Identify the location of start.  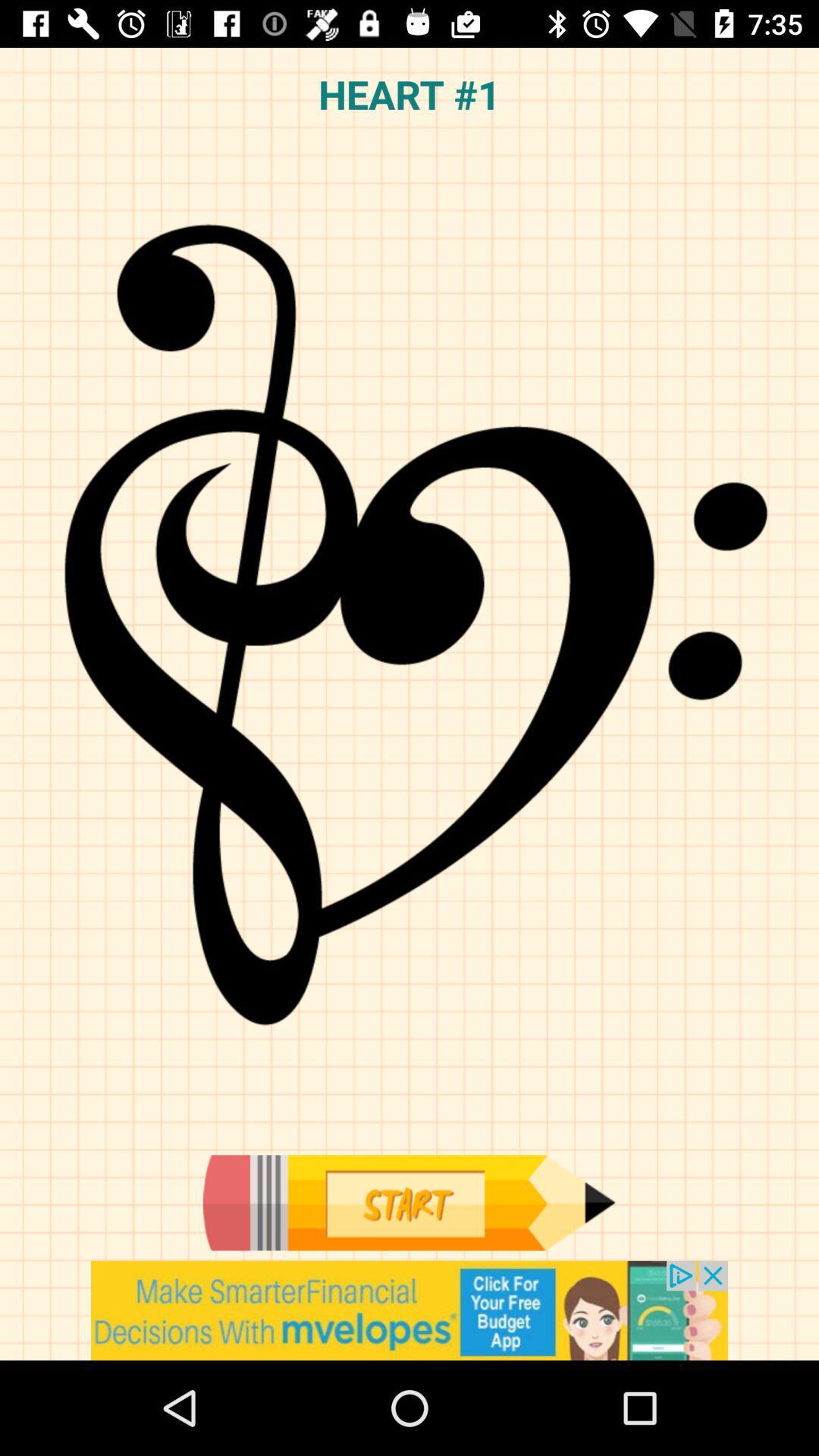
(408, 1202).